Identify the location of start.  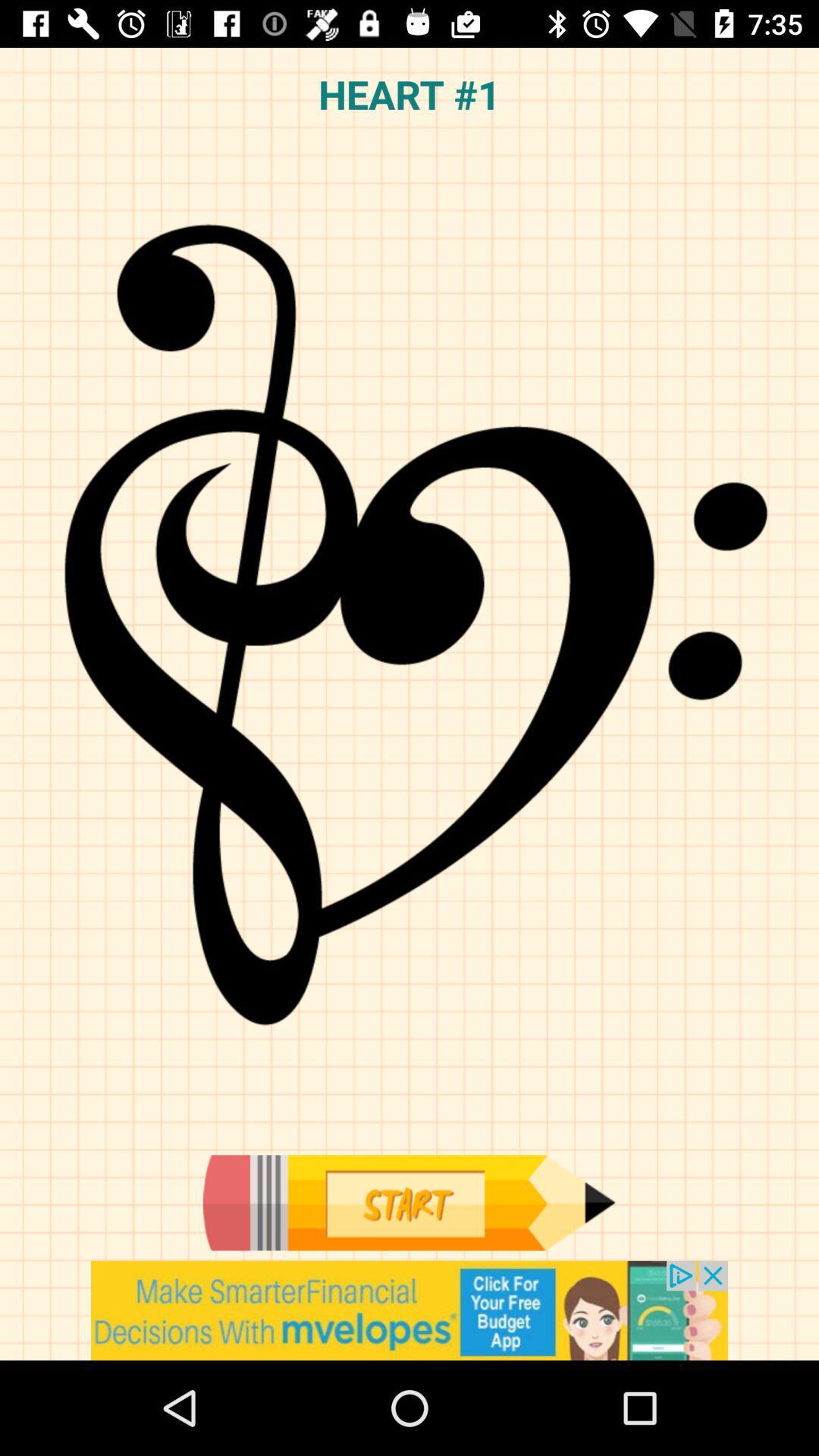
(408, 1202).